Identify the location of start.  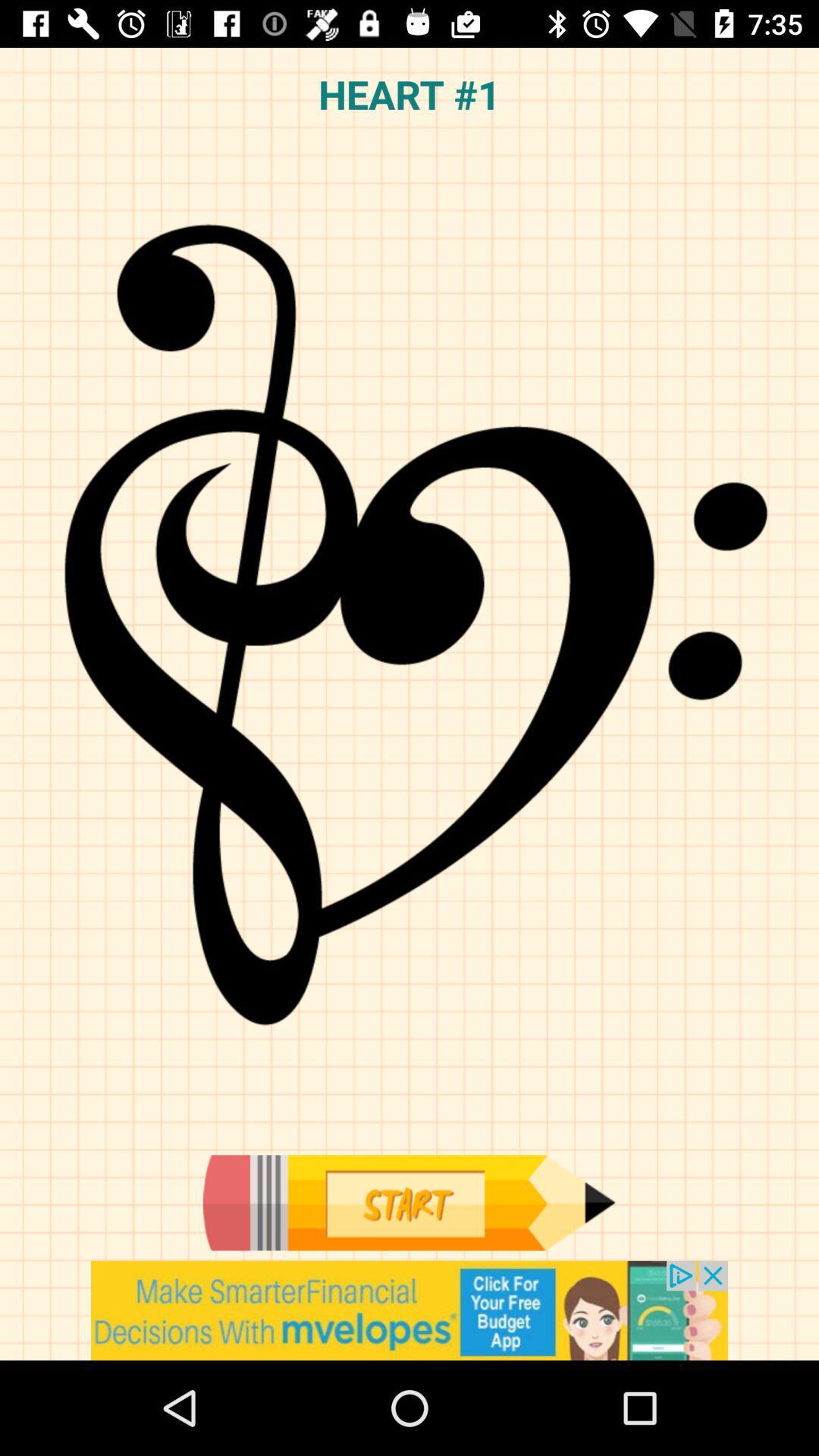
(408, 1202).